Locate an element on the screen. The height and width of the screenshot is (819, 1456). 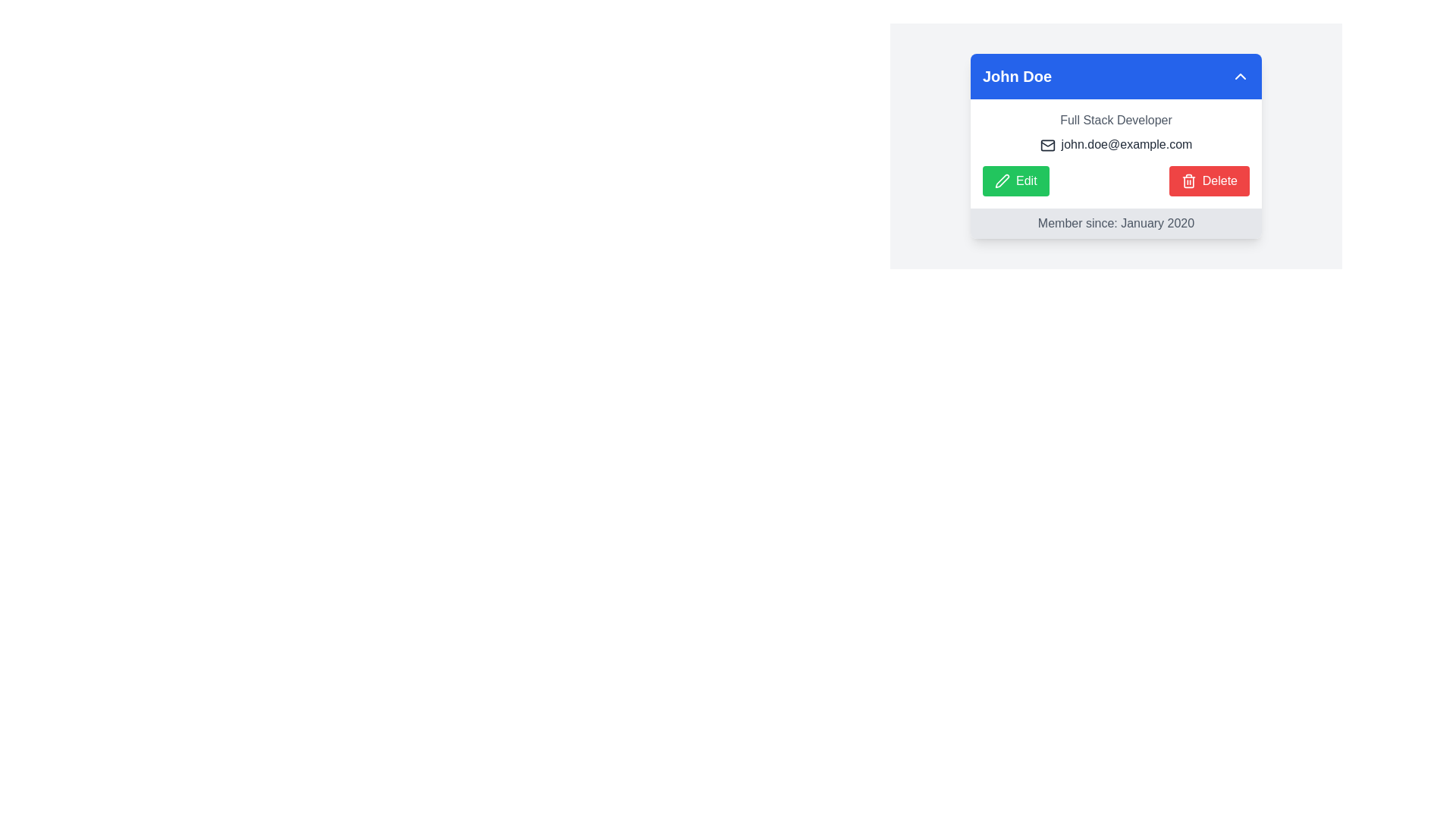
the user's name display label located in the top-left section of the blue header bar, positioned to the left of the interactive chevron-down icon is located at coordinates (1017, 76).